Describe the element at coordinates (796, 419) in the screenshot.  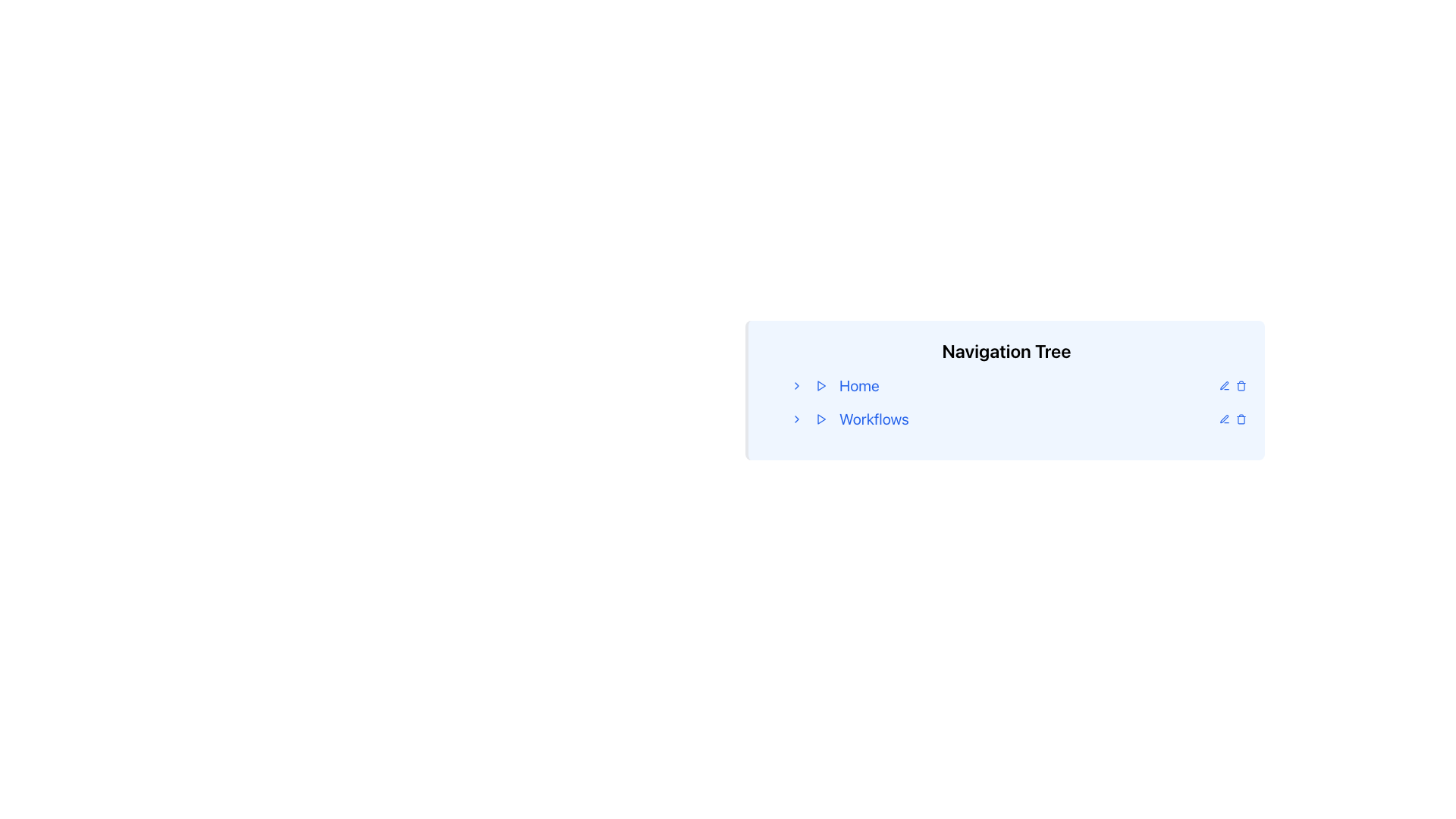
I see `the right-facing chevron icon located before the 'Workflows' text label in the navigation tree` at that location.